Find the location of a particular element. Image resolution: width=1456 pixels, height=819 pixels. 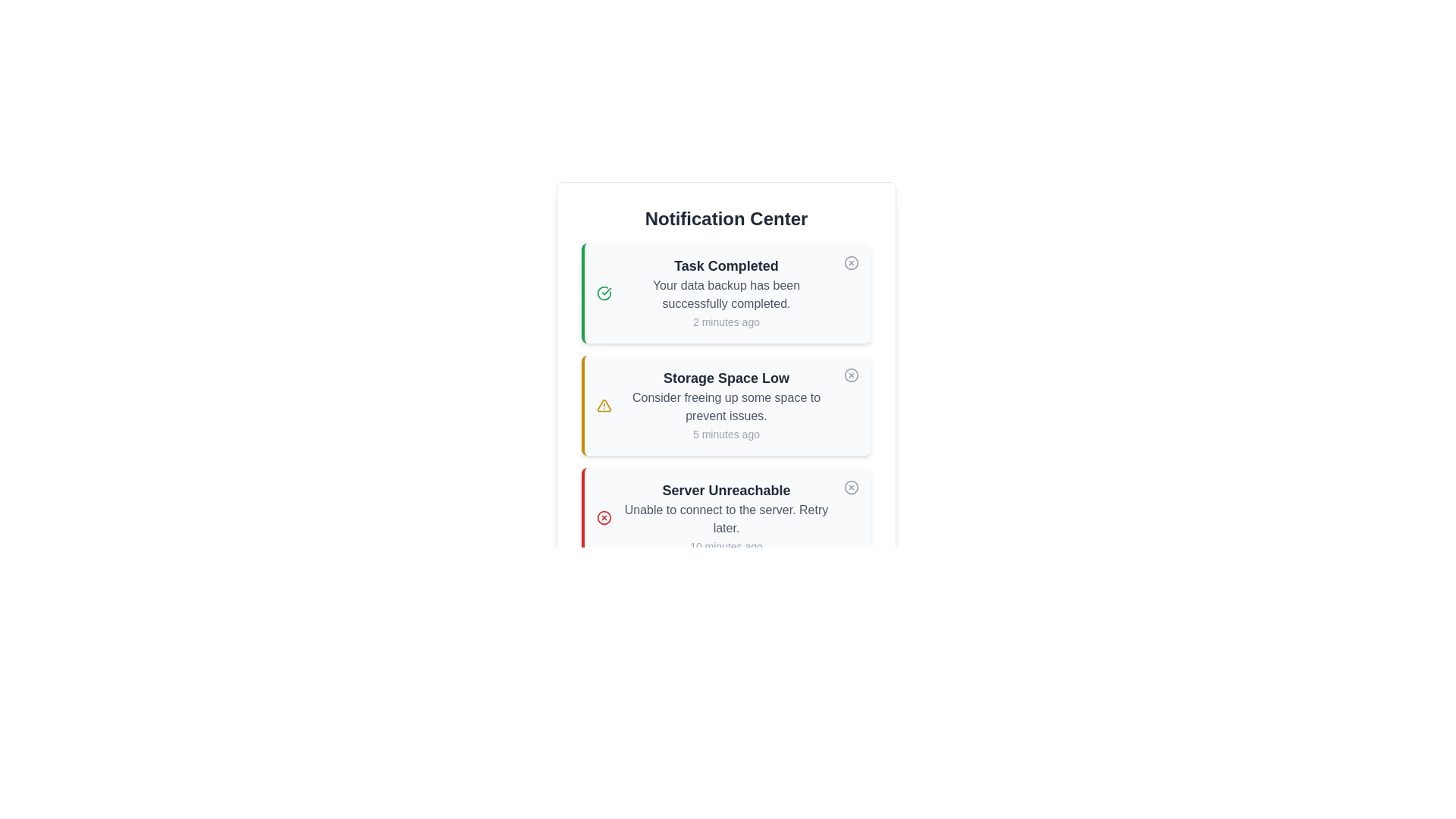

the circular icon with a red border and 'X' shape, which indicates an error or warning, located to the left of the text 'Server Unreachable' in the bottom-most notification card is located at coordinates (603, 516).